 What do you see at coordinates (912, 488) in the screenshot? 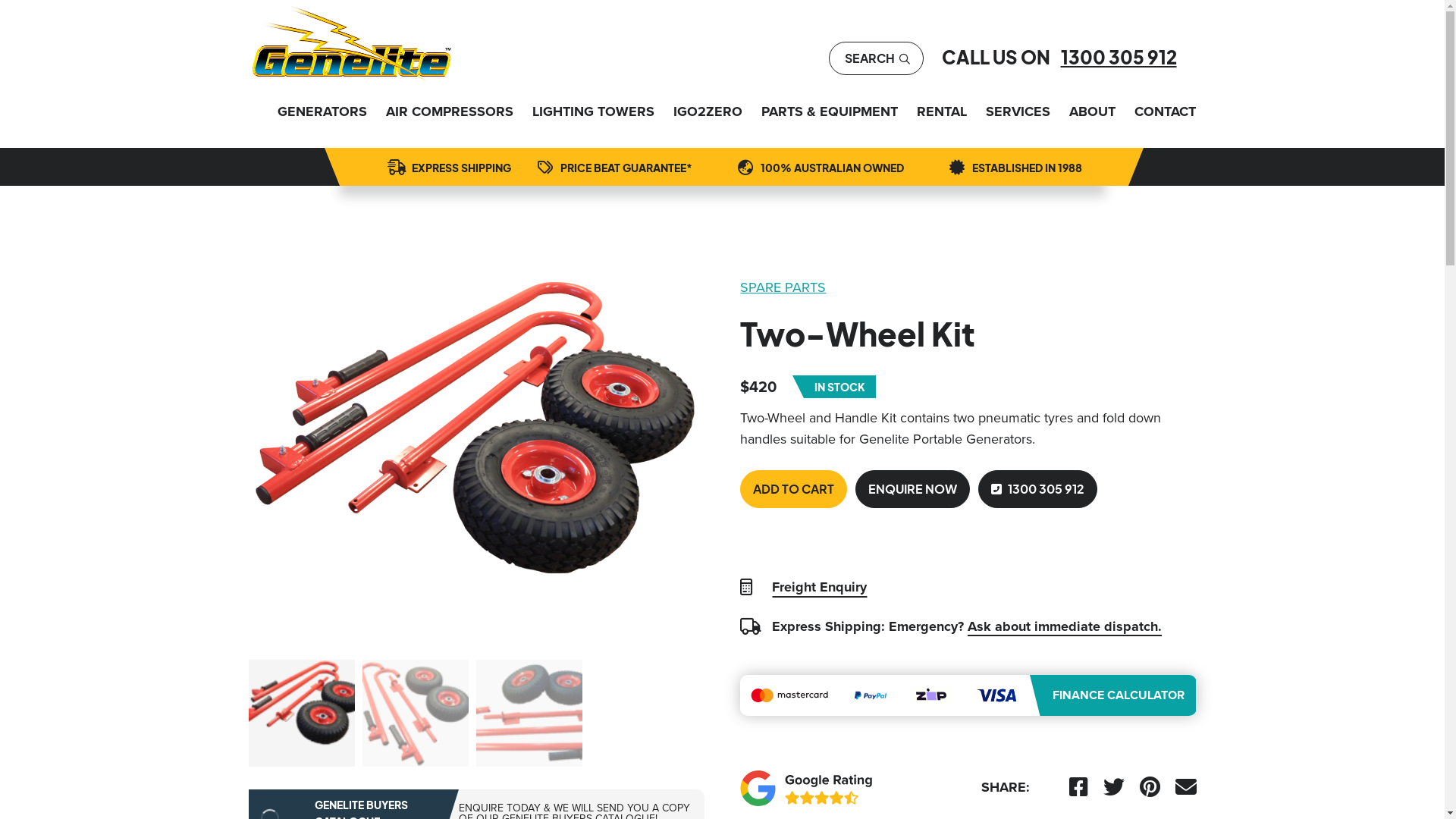
I see `'ENQUIRE NOW'` at bounding box center [912, 488].